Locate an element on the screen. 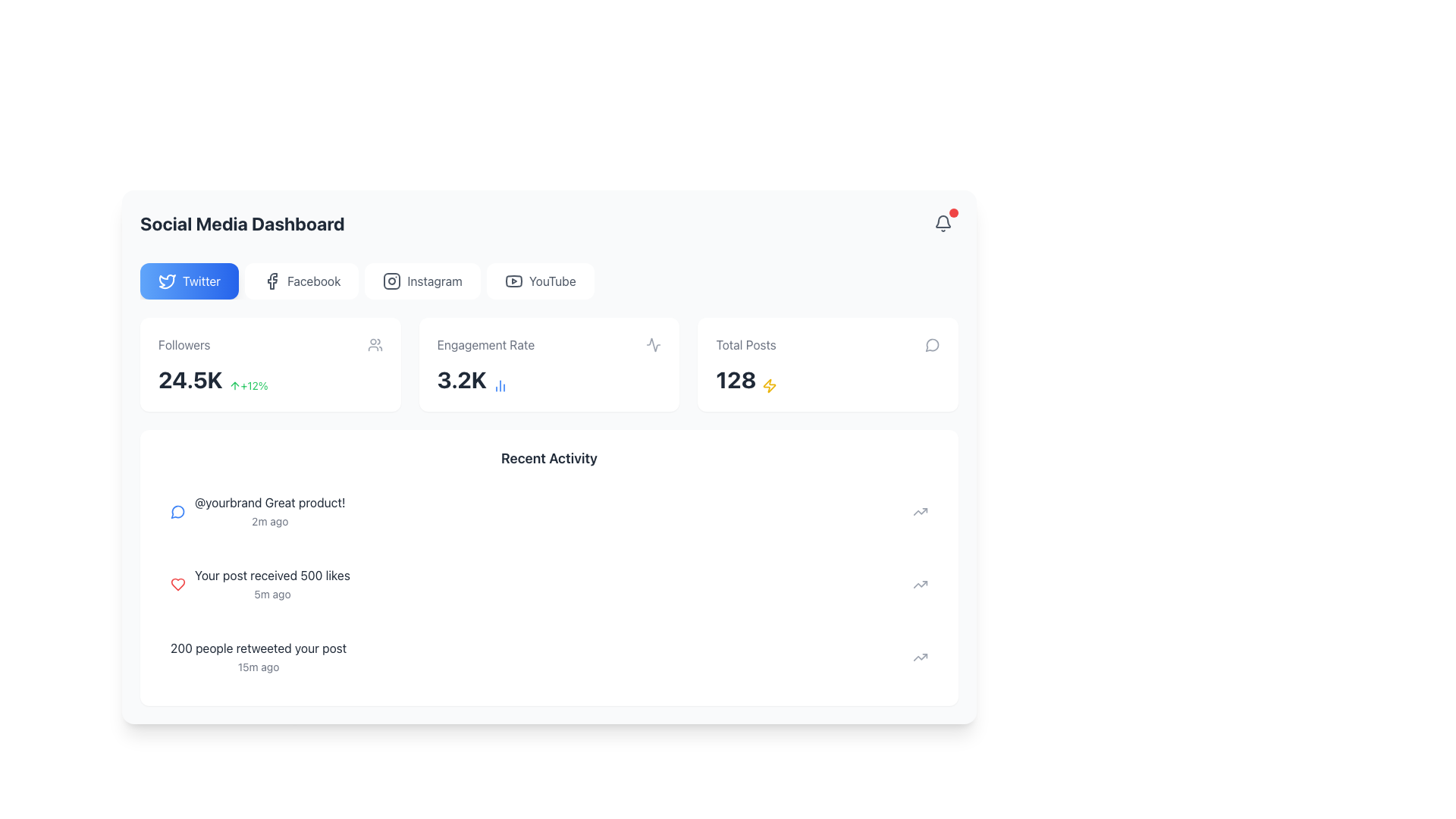 The width and height of the screenshot is (1456, 819). the text display that shows '200 people retweeted your post' located in the 'Recent Activity' section, specifically the bottommost entry above the timestamp '15m ago' is located at coordinates (259, 648).